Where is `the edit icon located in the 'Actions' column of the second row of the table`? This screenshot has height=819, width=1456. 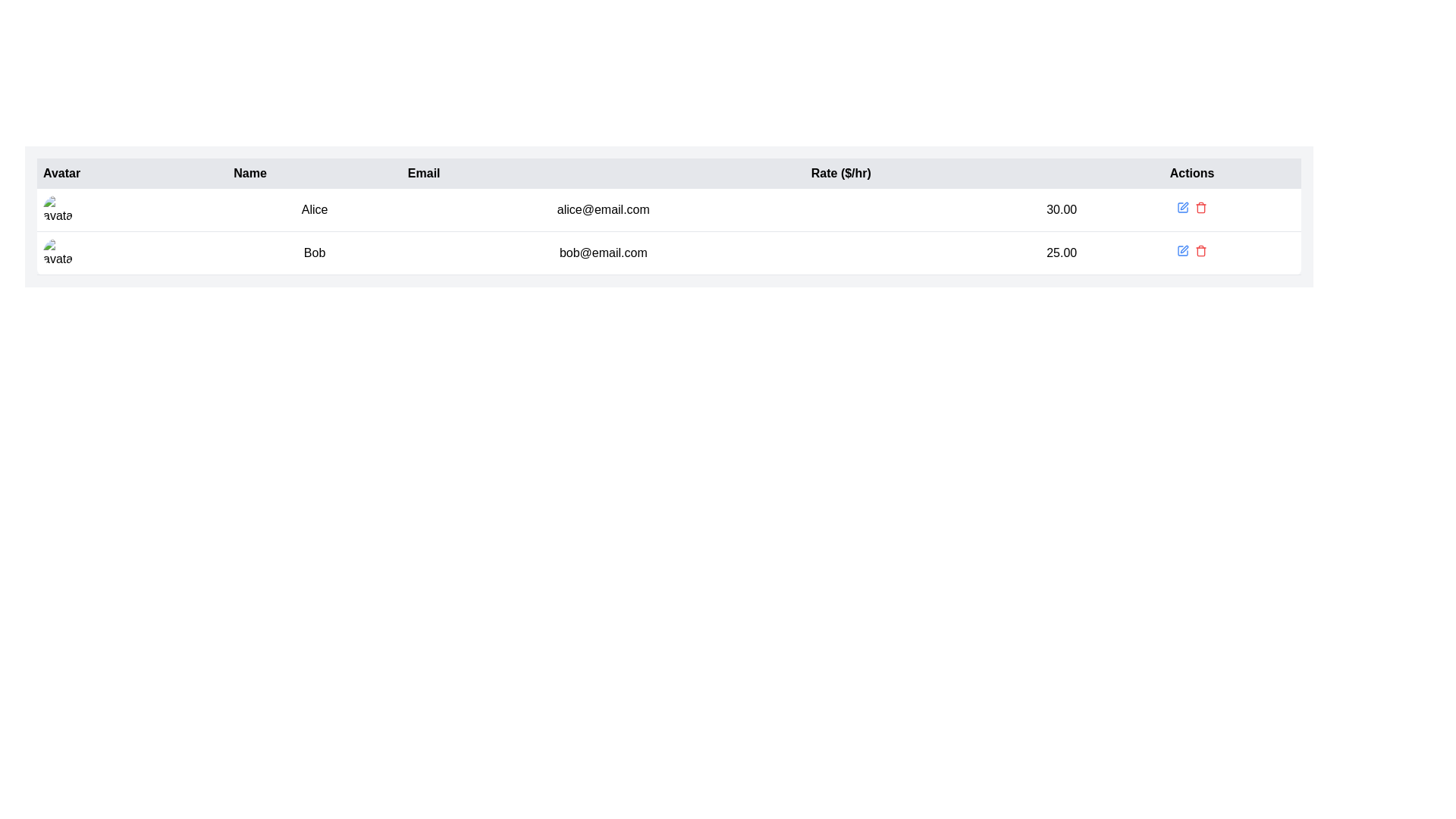
the edit icon located in the 'Actions' column of the second row of the table is located at coordinates (1182, 250).